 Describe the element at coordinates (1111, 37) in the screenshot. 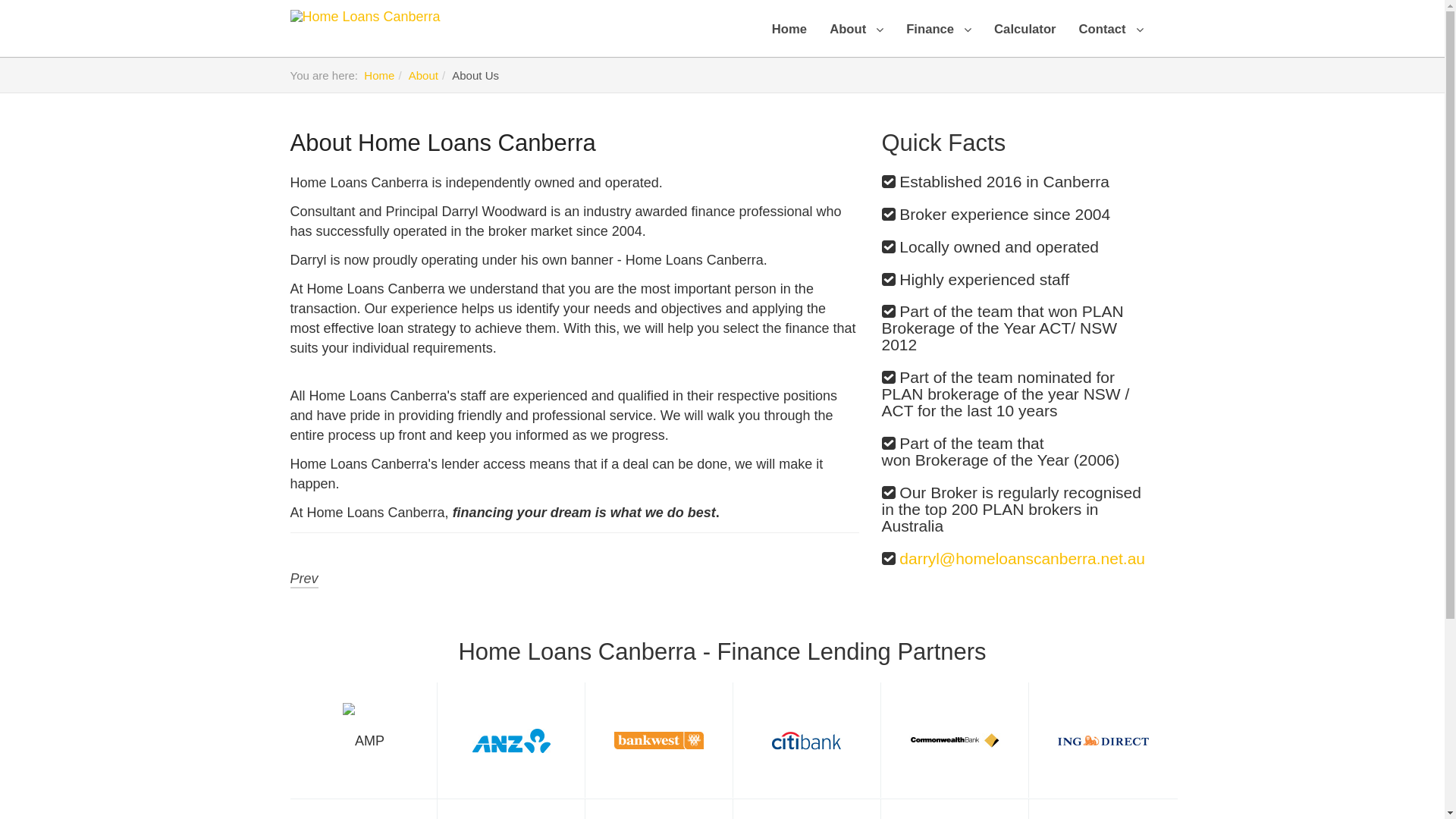

I see `'Contact'` at that location.